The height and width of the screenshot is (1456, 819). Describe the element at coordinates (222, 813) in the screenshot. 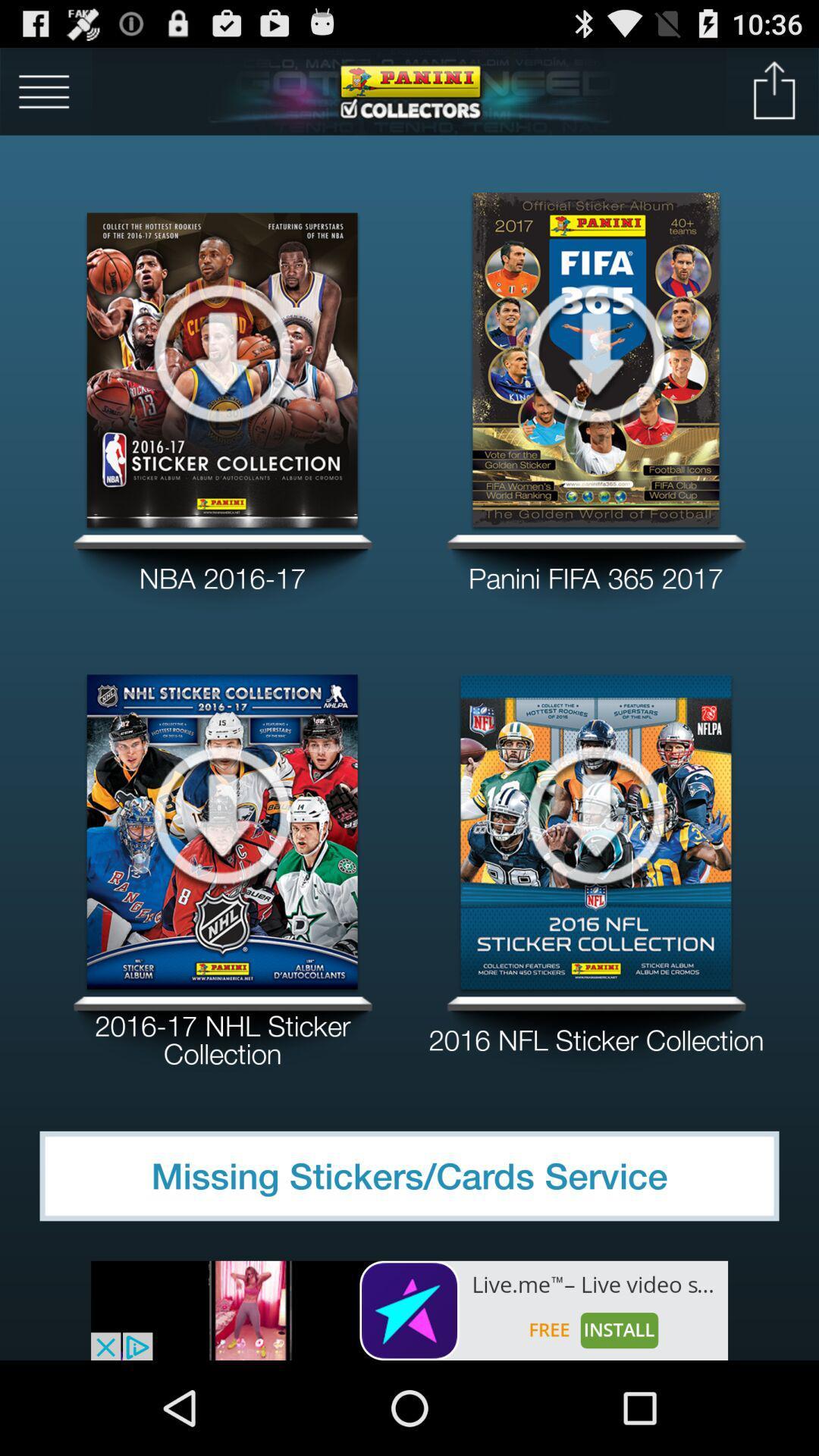

I see `the download option bottom left corner of page` at that location.